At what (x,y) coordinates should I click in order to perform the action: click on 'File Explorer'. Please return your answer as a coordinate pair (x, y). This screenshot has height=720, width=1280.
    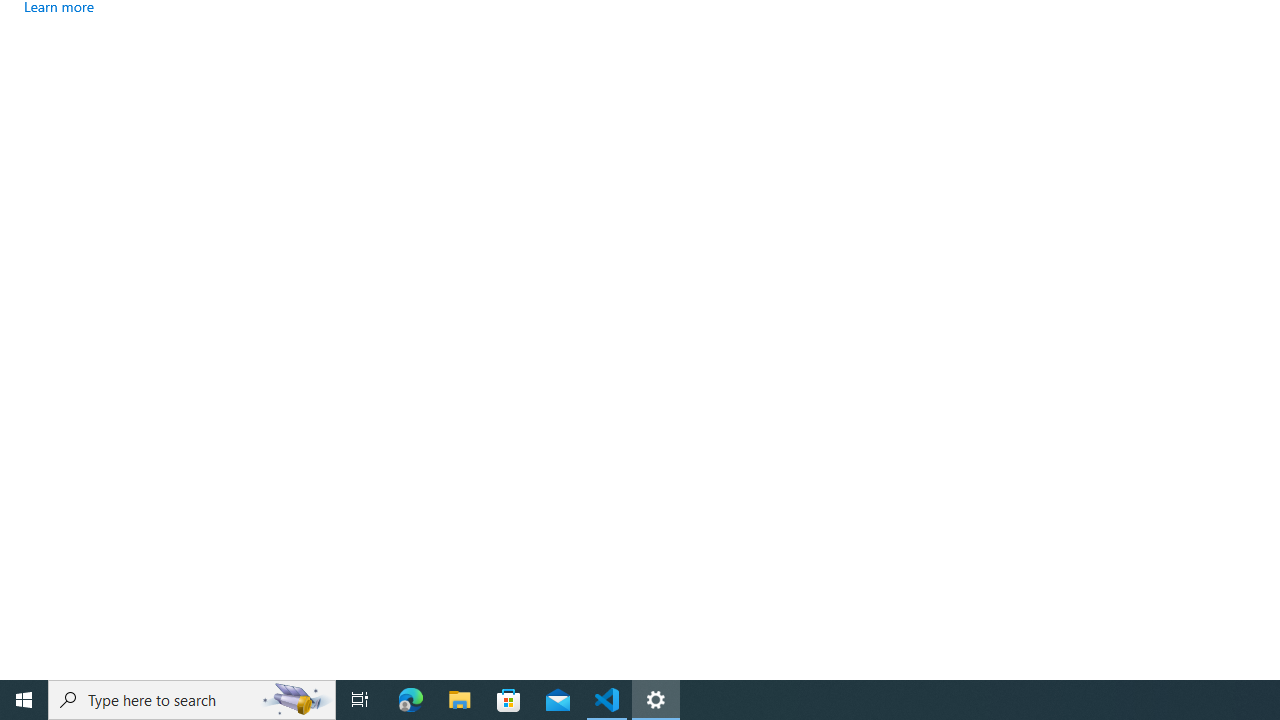
    Looking at the image, I should click on (459, 698).